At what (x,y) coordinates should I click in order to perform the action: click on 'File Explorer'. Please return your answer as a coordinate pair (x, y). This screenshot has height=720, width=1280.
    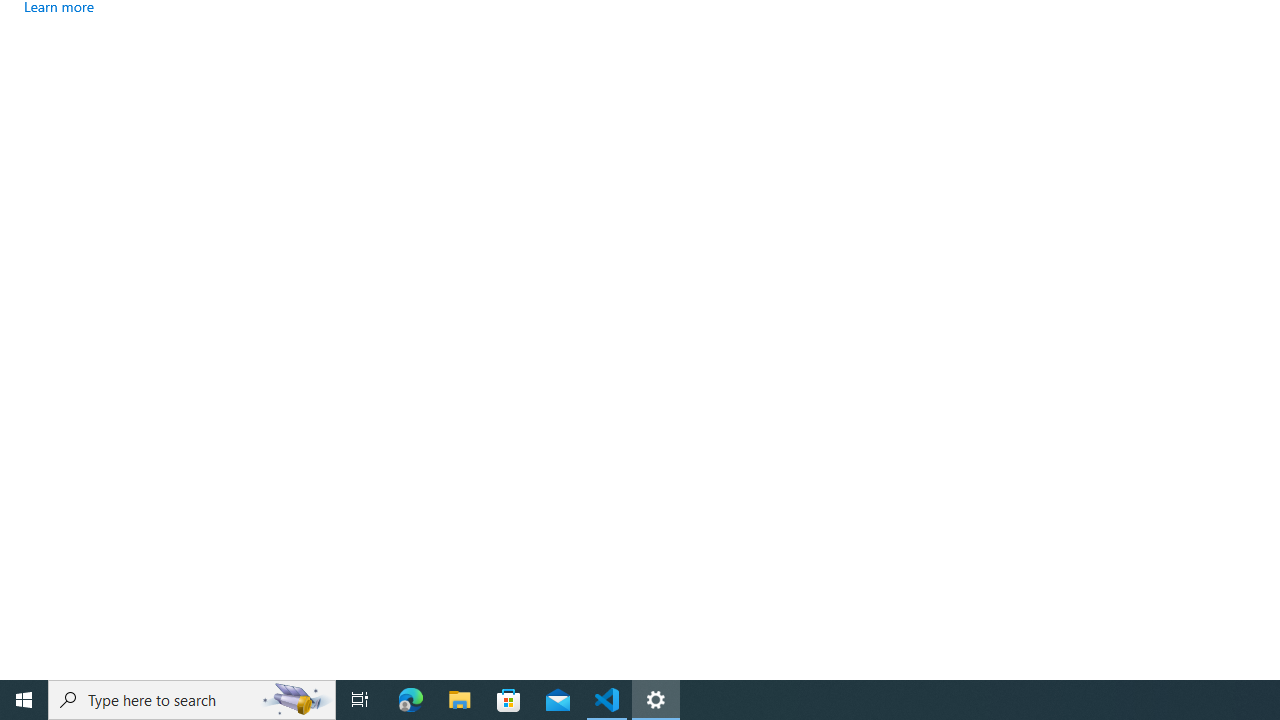
    Looking at the image, I should click on (459, 698).